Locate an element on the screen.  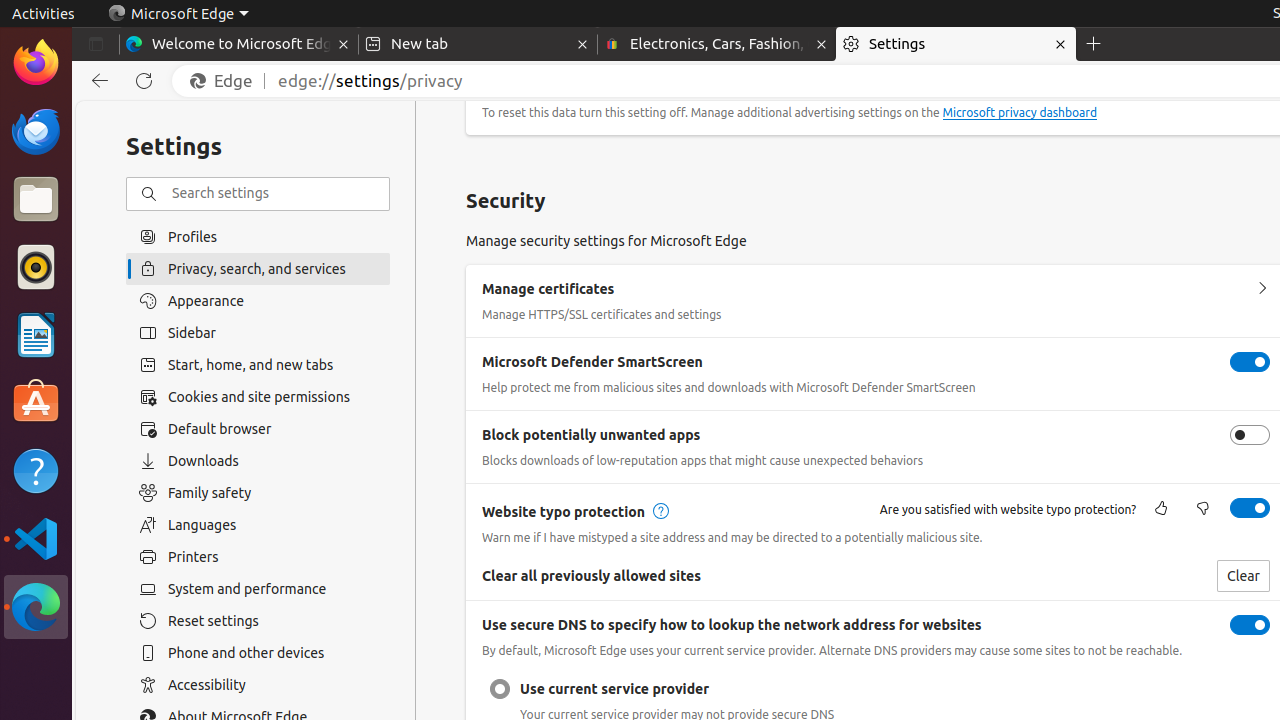
'Microsoft privacy dashboard' is located at coordinates (1020, 112).